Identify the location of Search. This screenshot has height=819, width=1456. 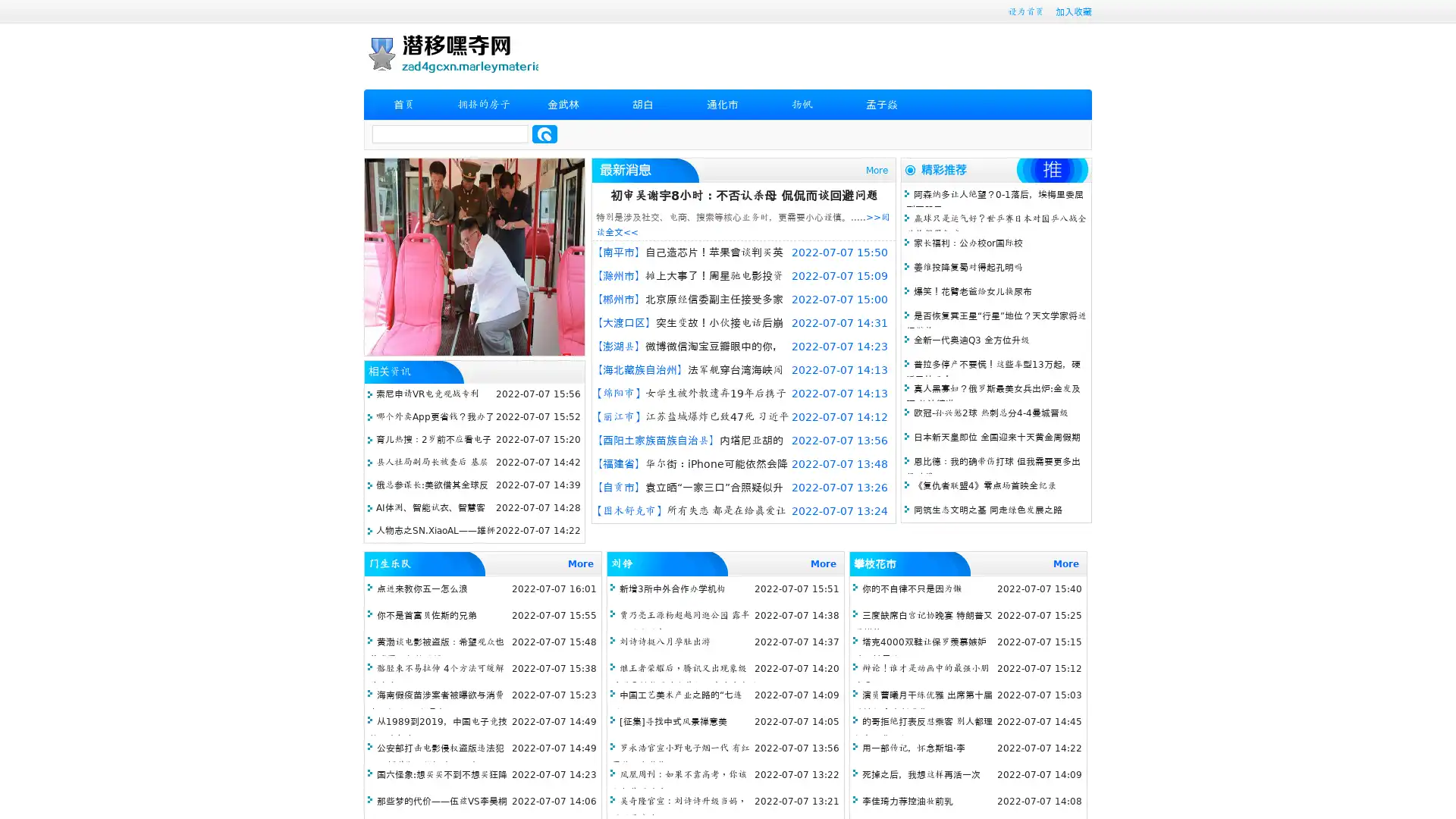
(544, 133).